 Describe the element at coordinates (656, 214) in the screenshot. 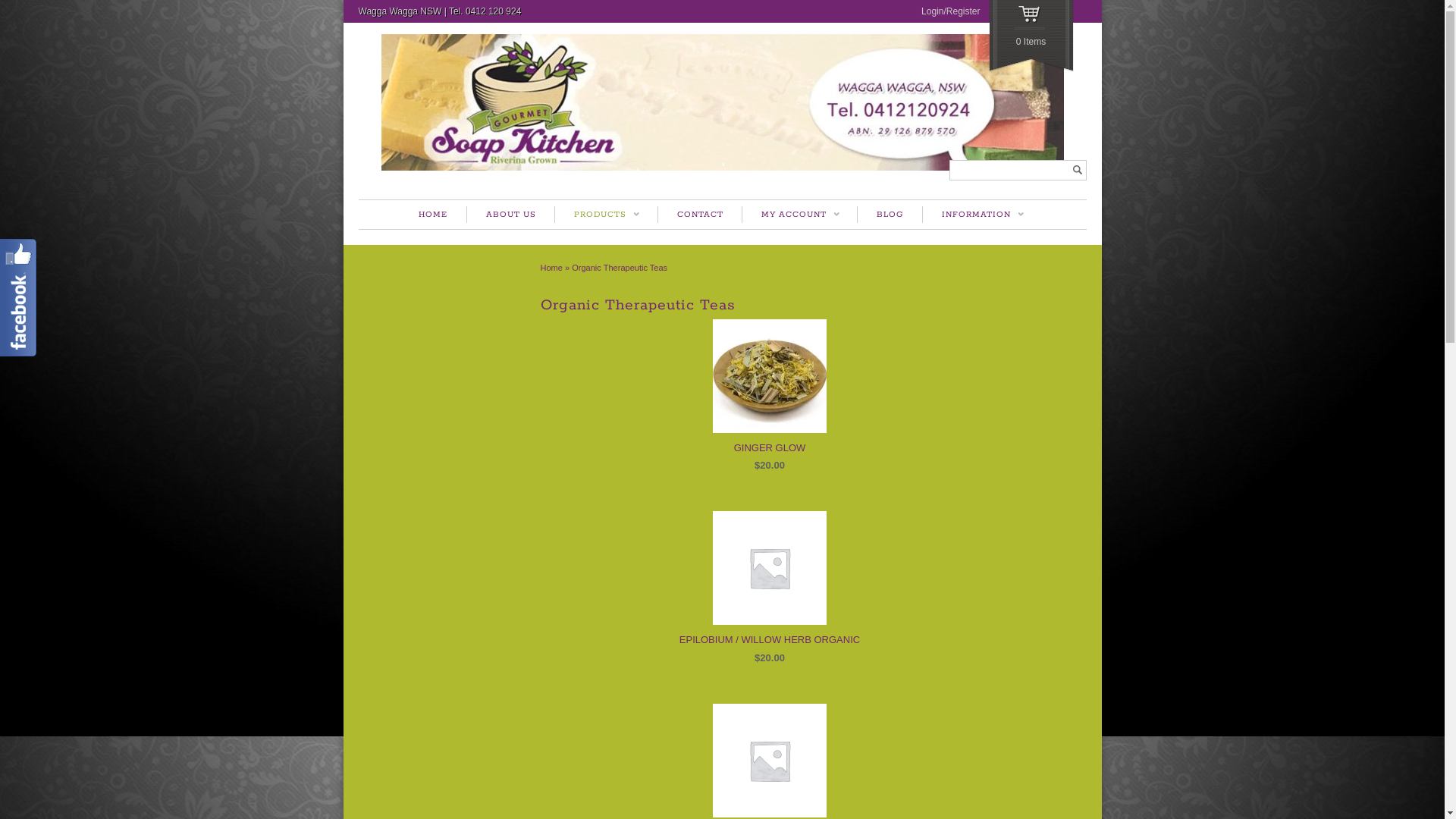

I see `'CONTACT'` at that location.